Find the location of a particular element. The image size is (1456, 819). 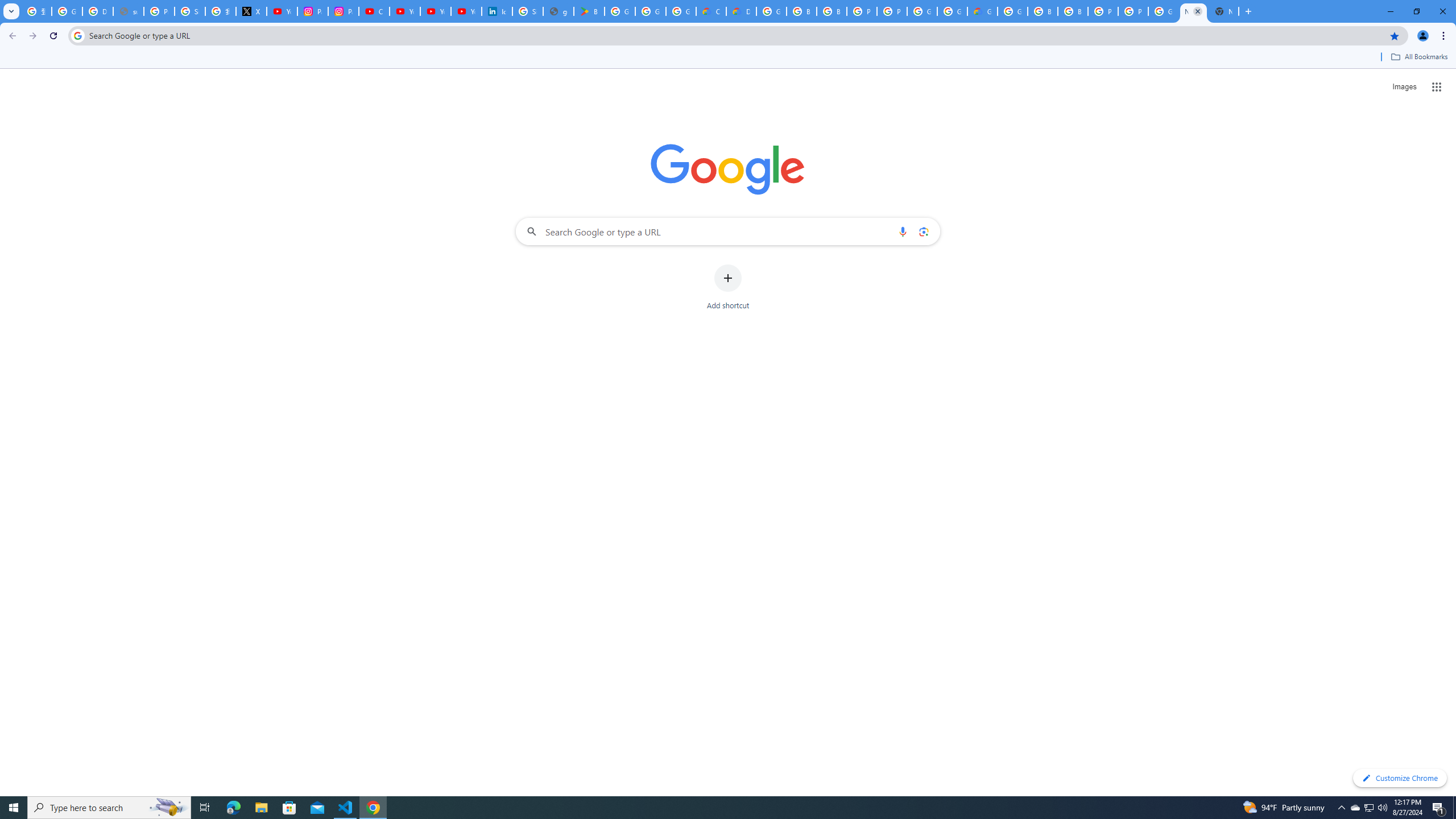

'support.google.com - Network error' is located at coordinates (127, 11).